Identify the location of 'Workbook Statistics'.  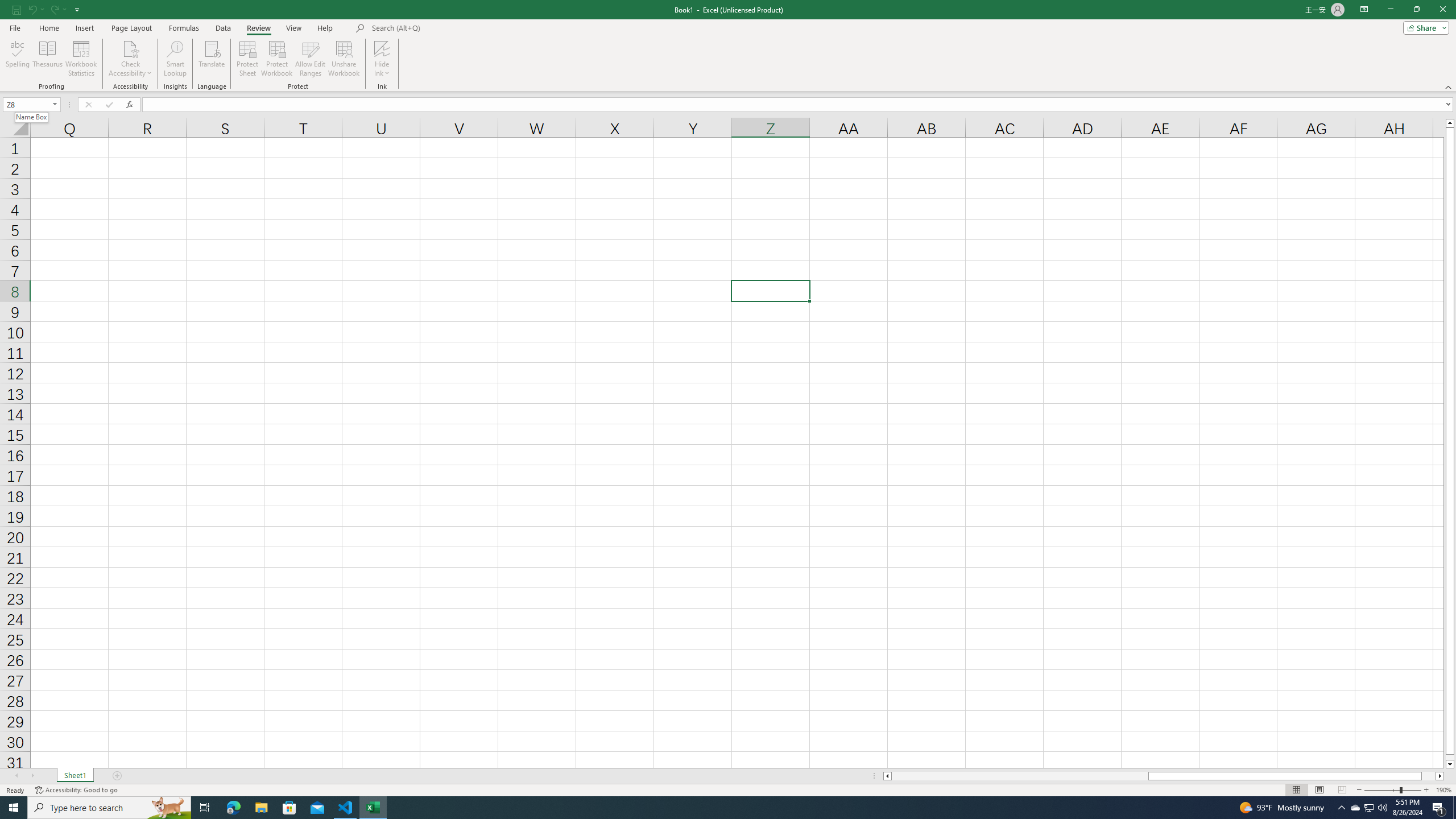
(81, 59).